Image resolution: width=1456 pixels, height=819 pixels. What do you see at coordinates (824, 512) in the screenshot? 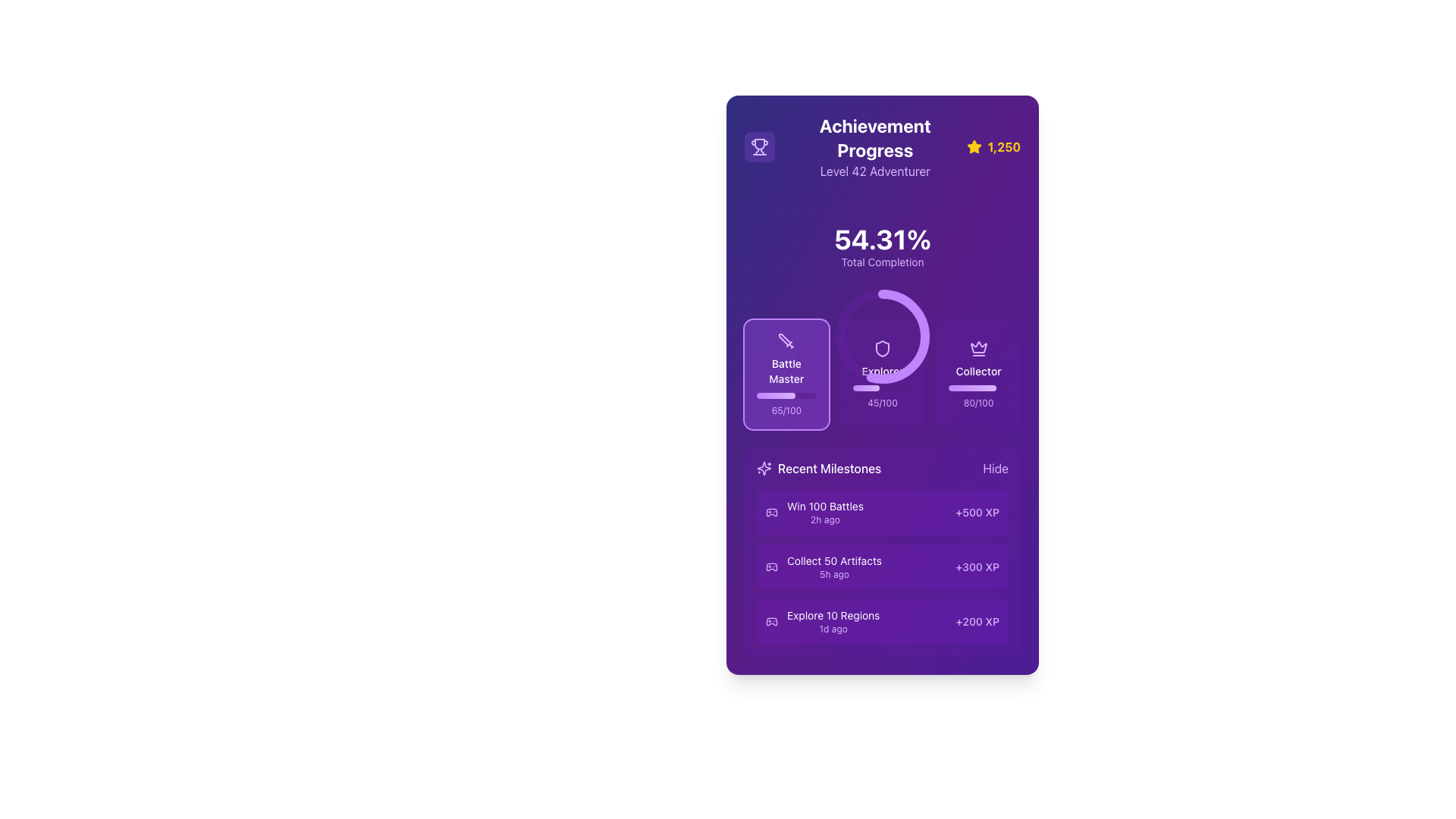
I see `the text content of the text block displaying 'Win 100 Battles' and '2h ago' located under the 'Recent Milestones' section` at bounding box center [824, 512].